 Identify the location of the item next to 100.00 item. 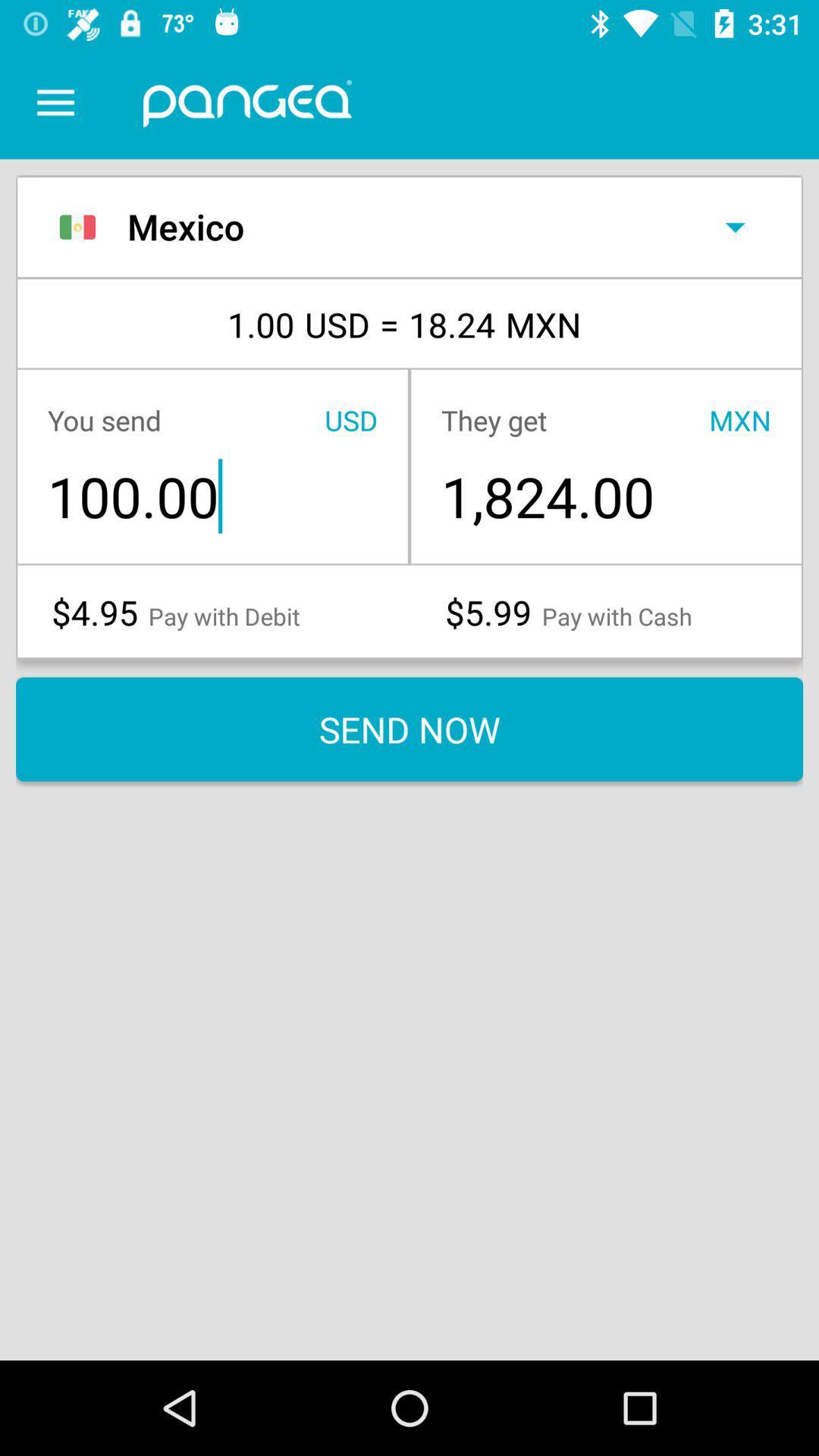
(605, 496).